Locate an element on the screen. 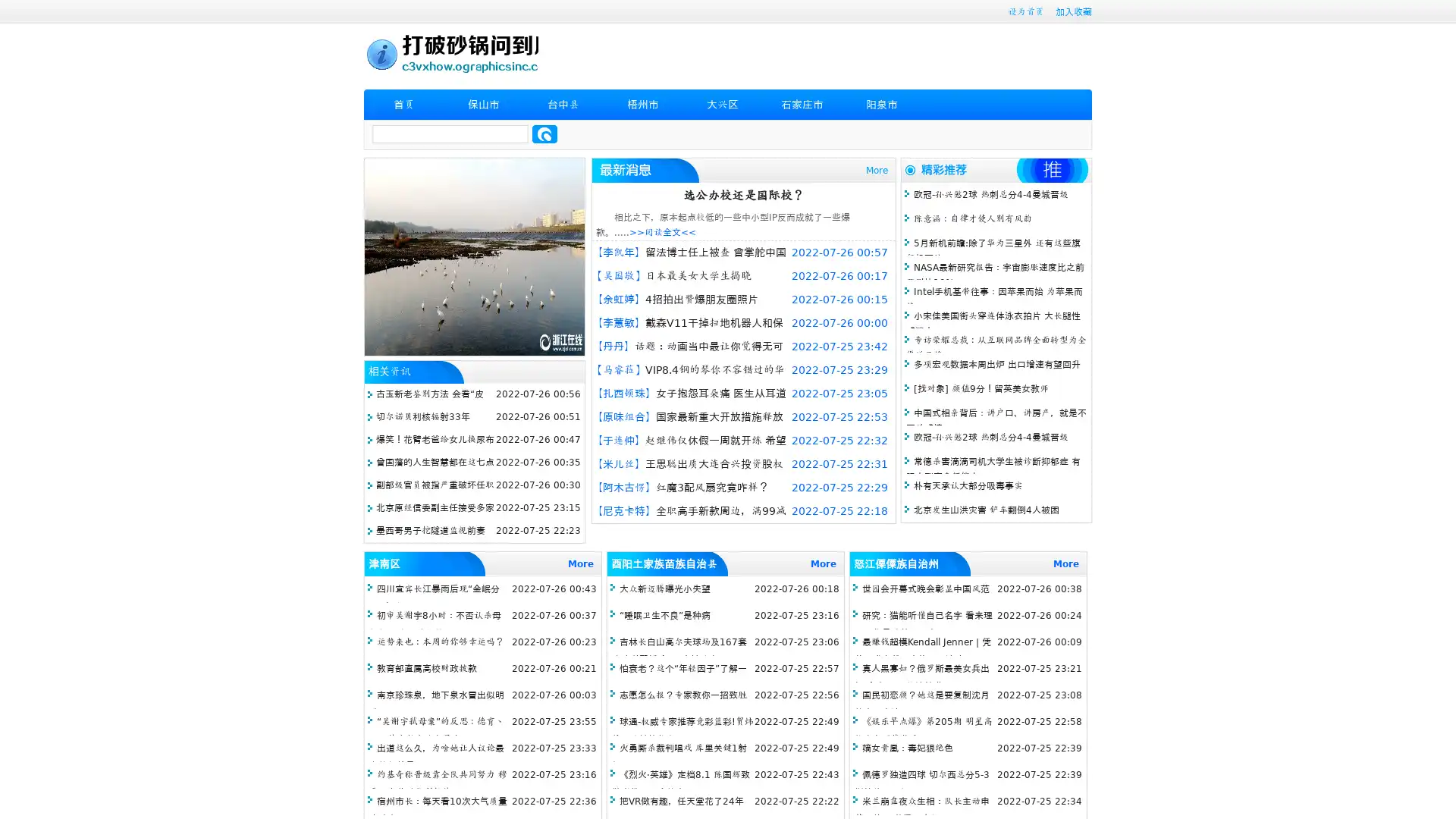 The width and height of the screenshot is (1456, 819). Search is located at coordinates (544, 133).